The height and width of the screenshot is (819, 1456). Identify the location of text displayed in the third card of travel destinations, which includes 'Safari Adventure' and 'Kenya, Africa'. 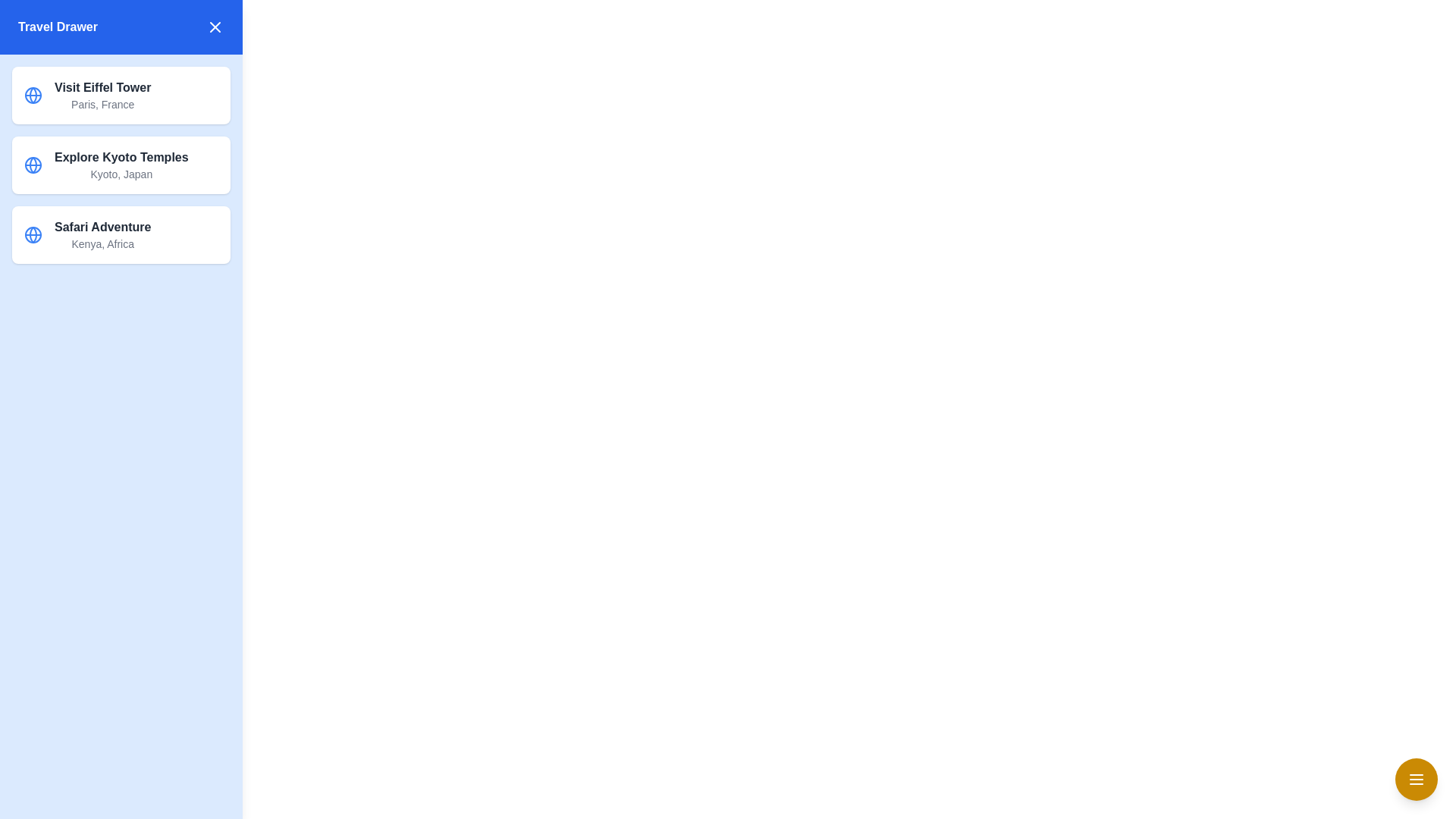
(102, 234).